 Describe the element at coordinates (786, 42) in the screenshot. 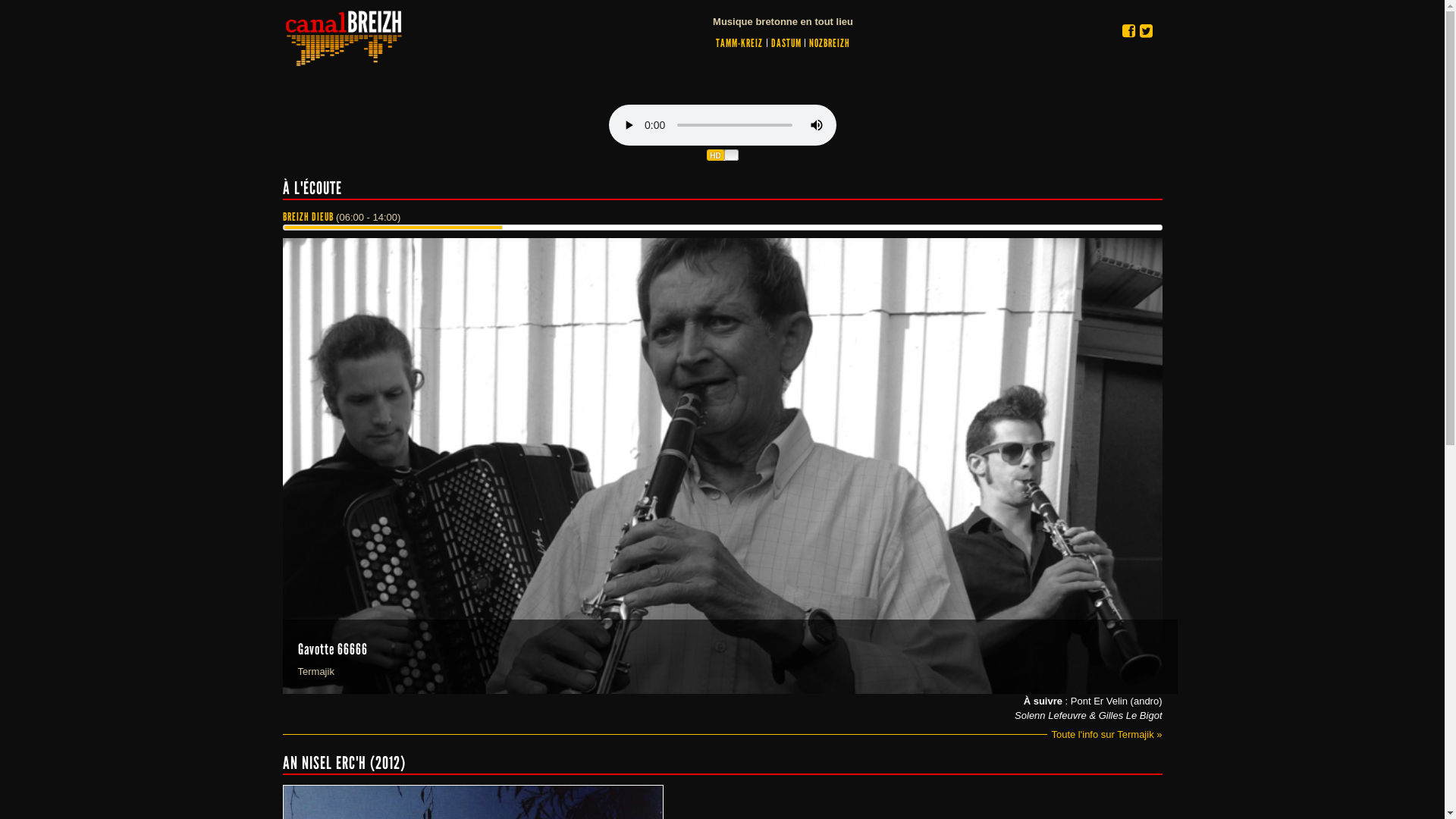

I see `'DASTUM'` at that location.